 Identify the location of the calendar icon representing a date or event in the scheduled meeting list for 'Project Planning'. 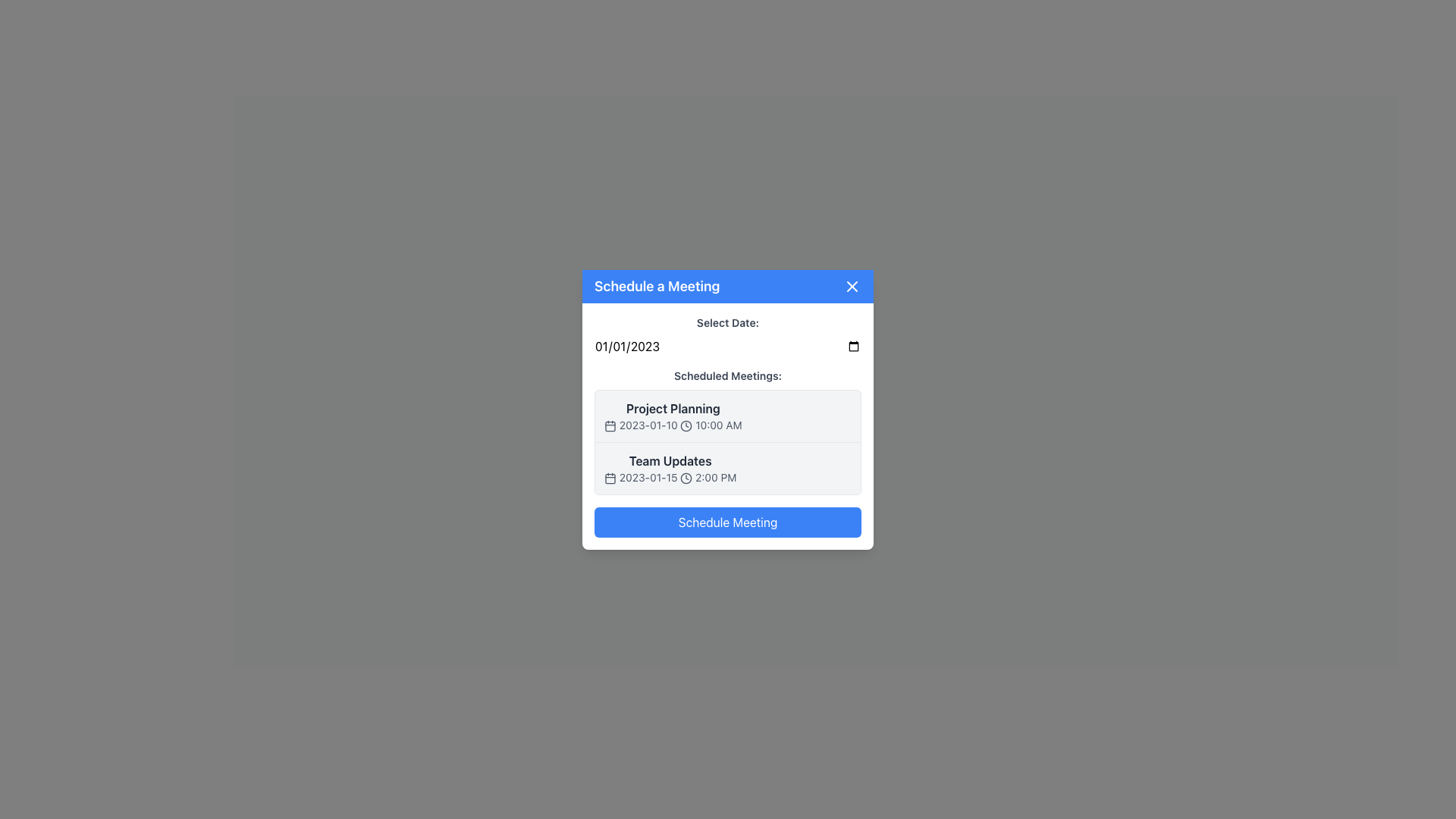
(610, 426).